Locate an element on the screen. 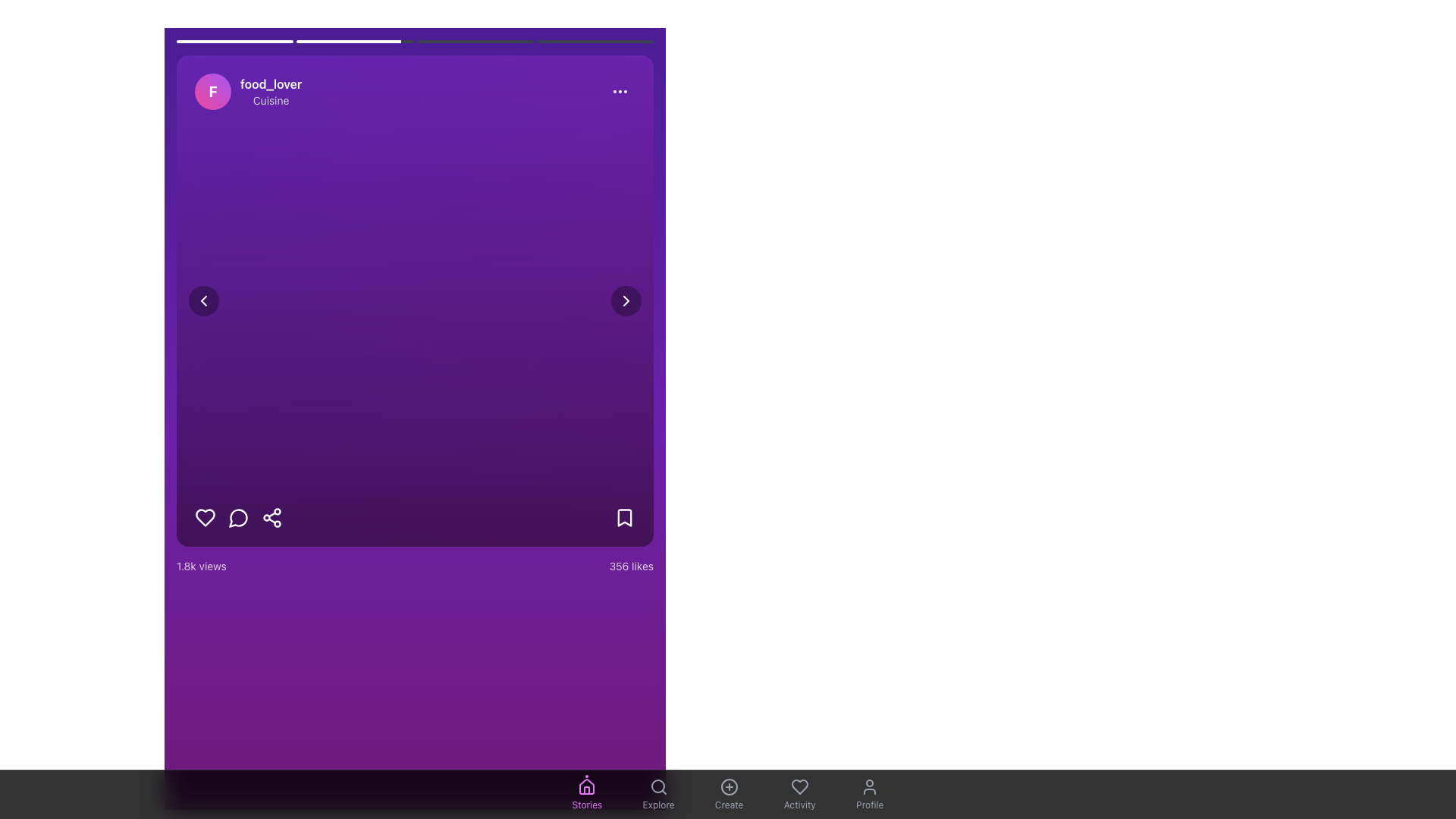 Image resolution: width=1456 pixels, height=819 pixels. textual label that serves as the descriptive label for the 'Profile' section in the navigation bar, which is the last item in the bottom navigation bar beneath the user icon is located at coordinates (870, 804).